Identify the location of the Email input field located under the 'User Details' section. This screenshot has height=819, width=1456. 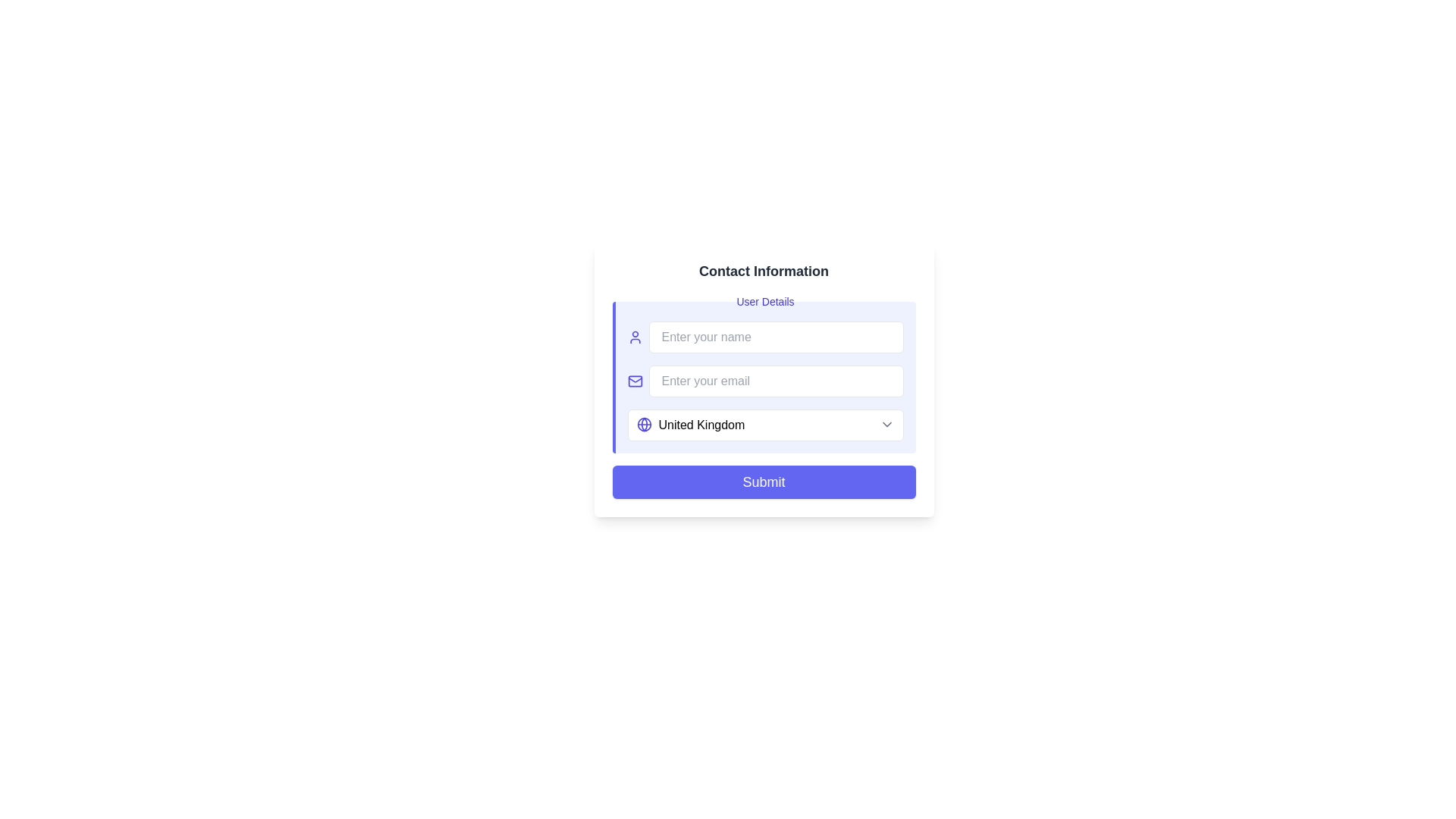
(765, 380).